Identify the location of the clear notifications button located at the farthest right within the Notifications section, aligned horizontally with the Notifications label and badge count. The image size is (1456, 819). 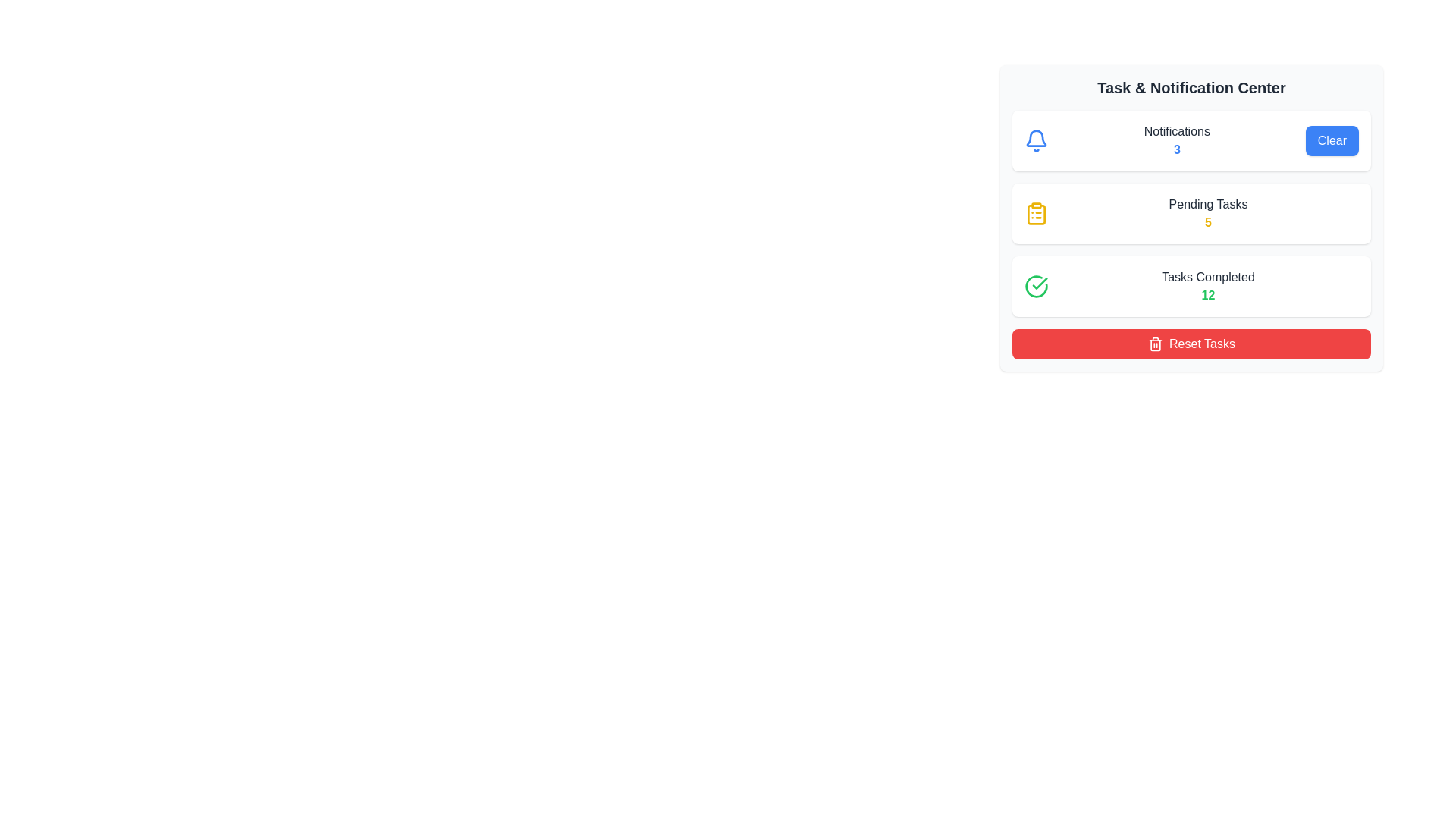
(1331, 140).